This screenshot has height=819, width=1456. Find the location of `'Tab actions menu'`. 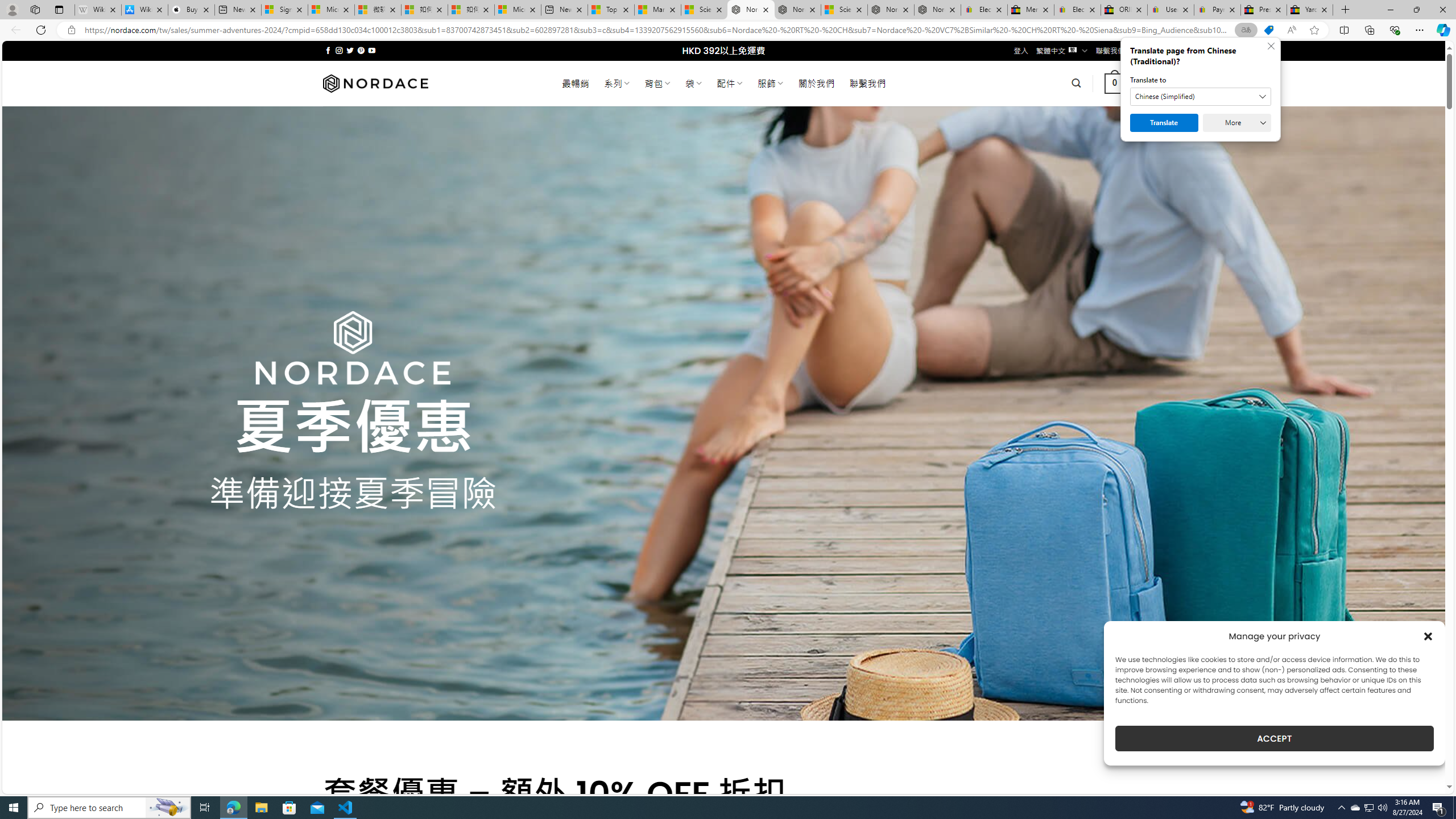

'Tab actions menu' is located at coordinates (58, 9).